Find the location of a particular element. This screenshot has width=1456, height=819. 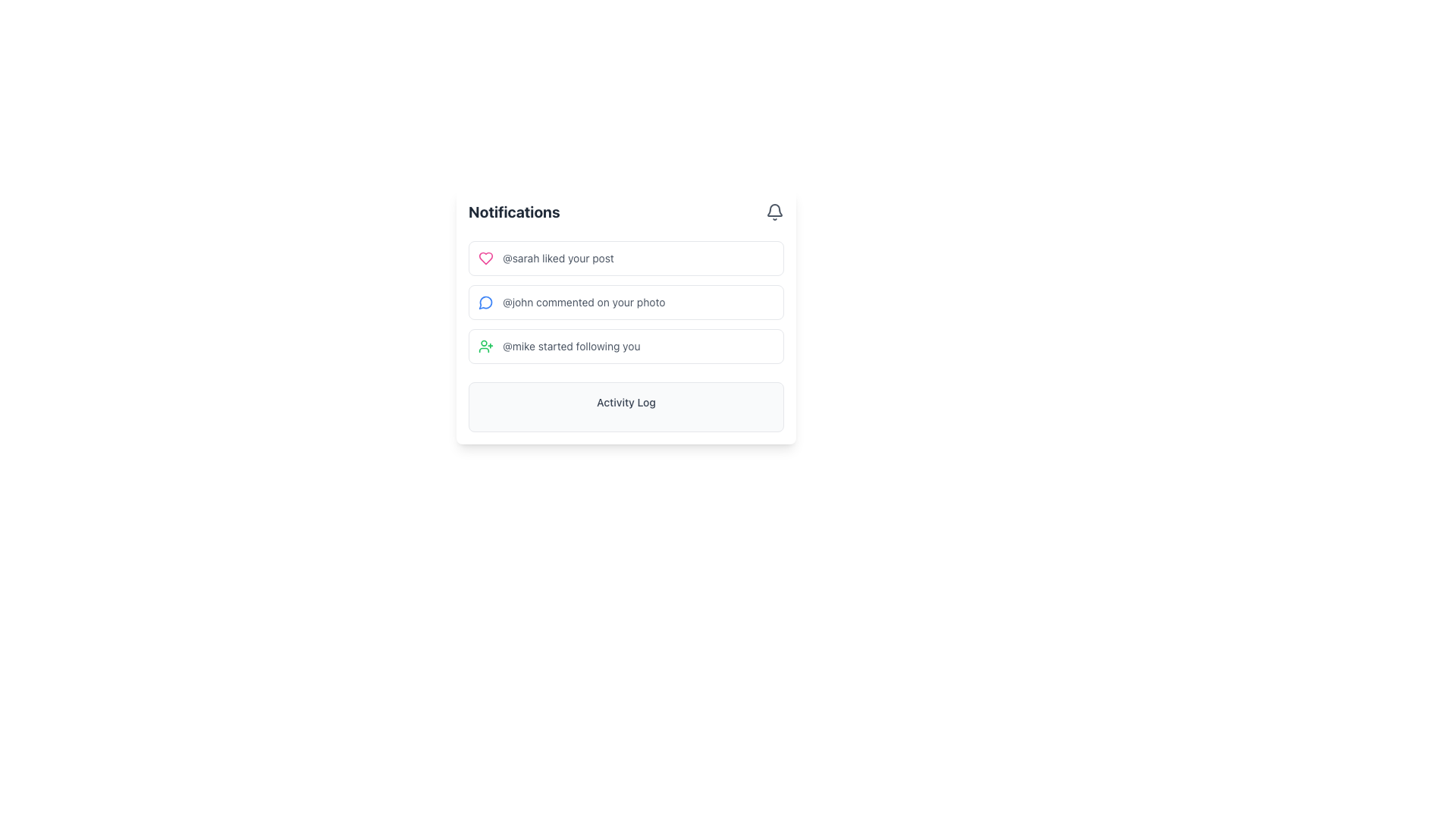

the circular blue message bubble icon located at the leftmost side of the notification stating '@john commented on your photo' in the second row of the notifications list is located at coordinates (486, 302).